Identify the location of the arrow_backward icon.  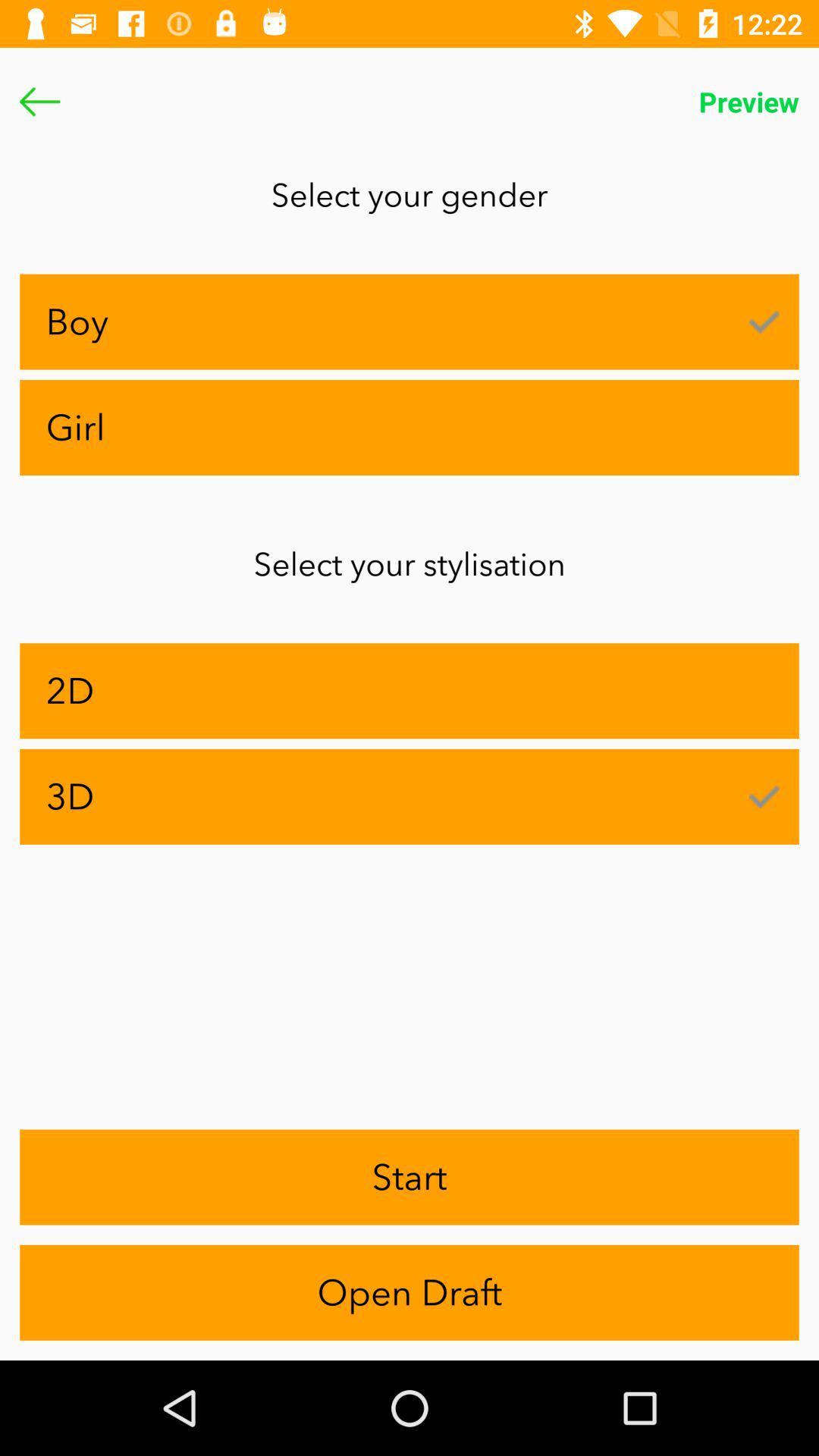
(39, 101).